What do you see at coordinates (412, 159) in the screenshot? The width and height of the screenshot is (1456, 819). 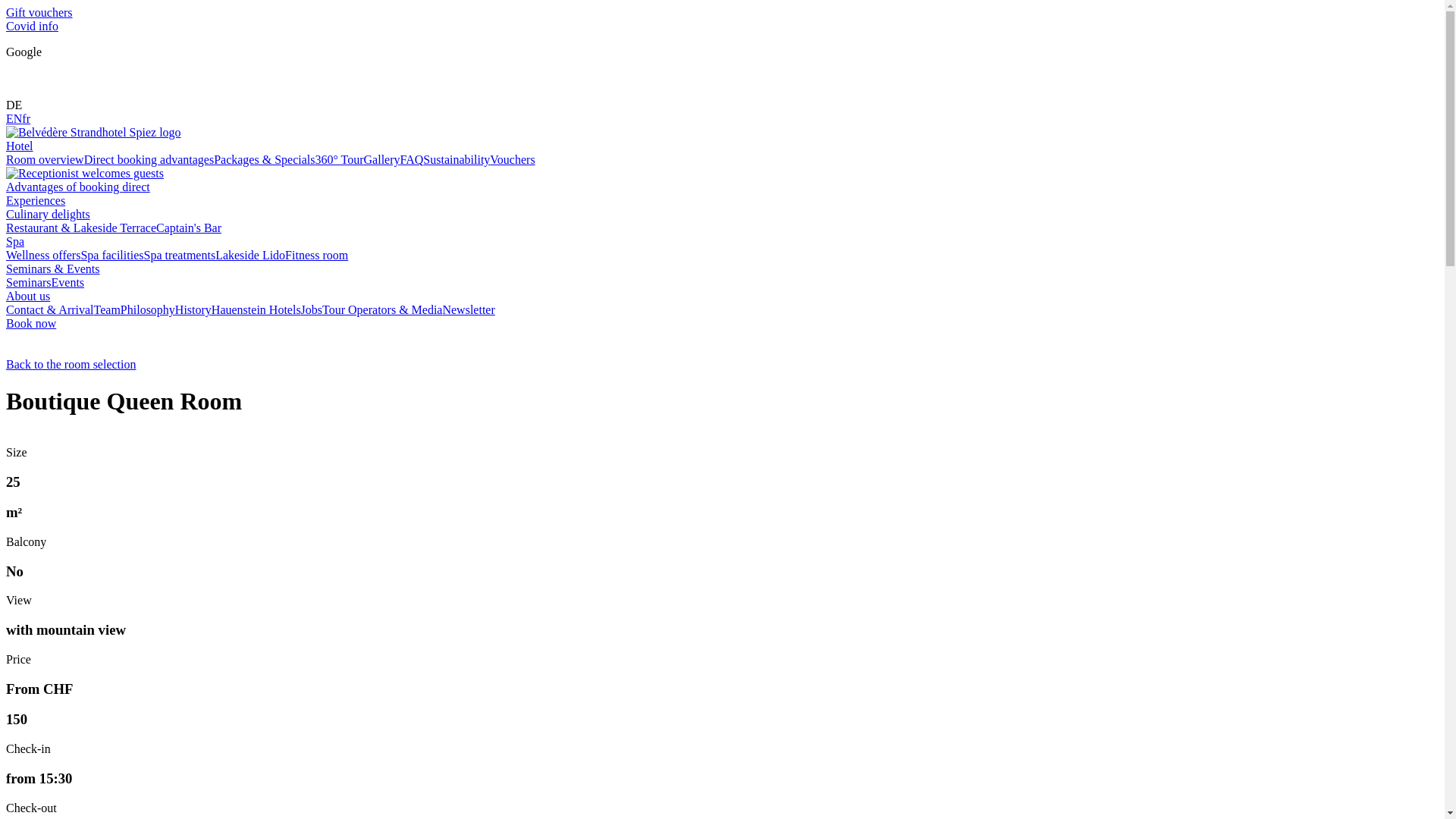 I see `'FAQ'` at bounding box center [412, 159].